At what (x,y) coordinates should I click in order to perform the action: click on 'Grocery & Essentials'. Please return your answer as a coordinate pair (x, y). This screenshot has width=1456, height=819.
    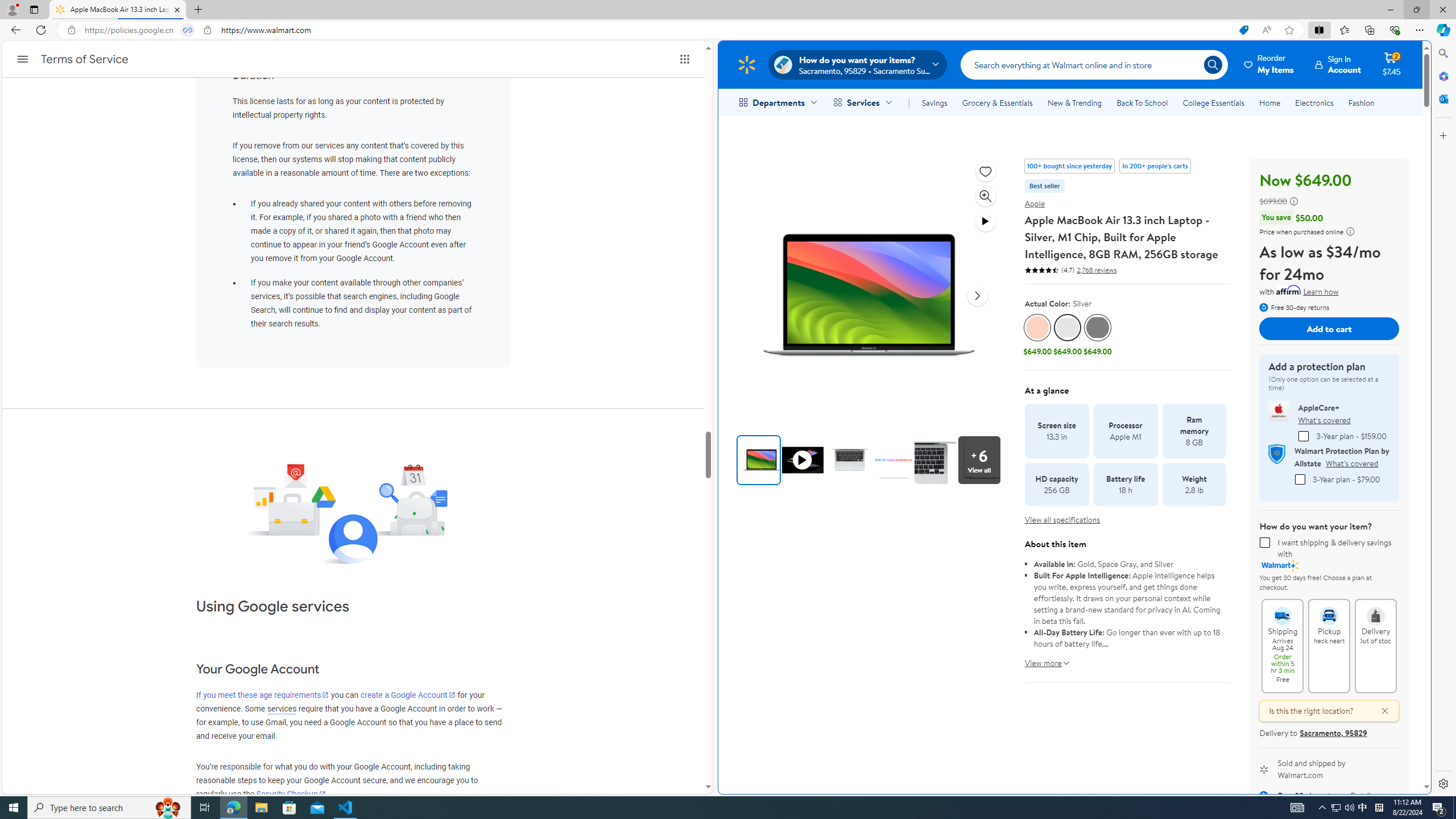
    Looking at the image, I should click on (996, 102).